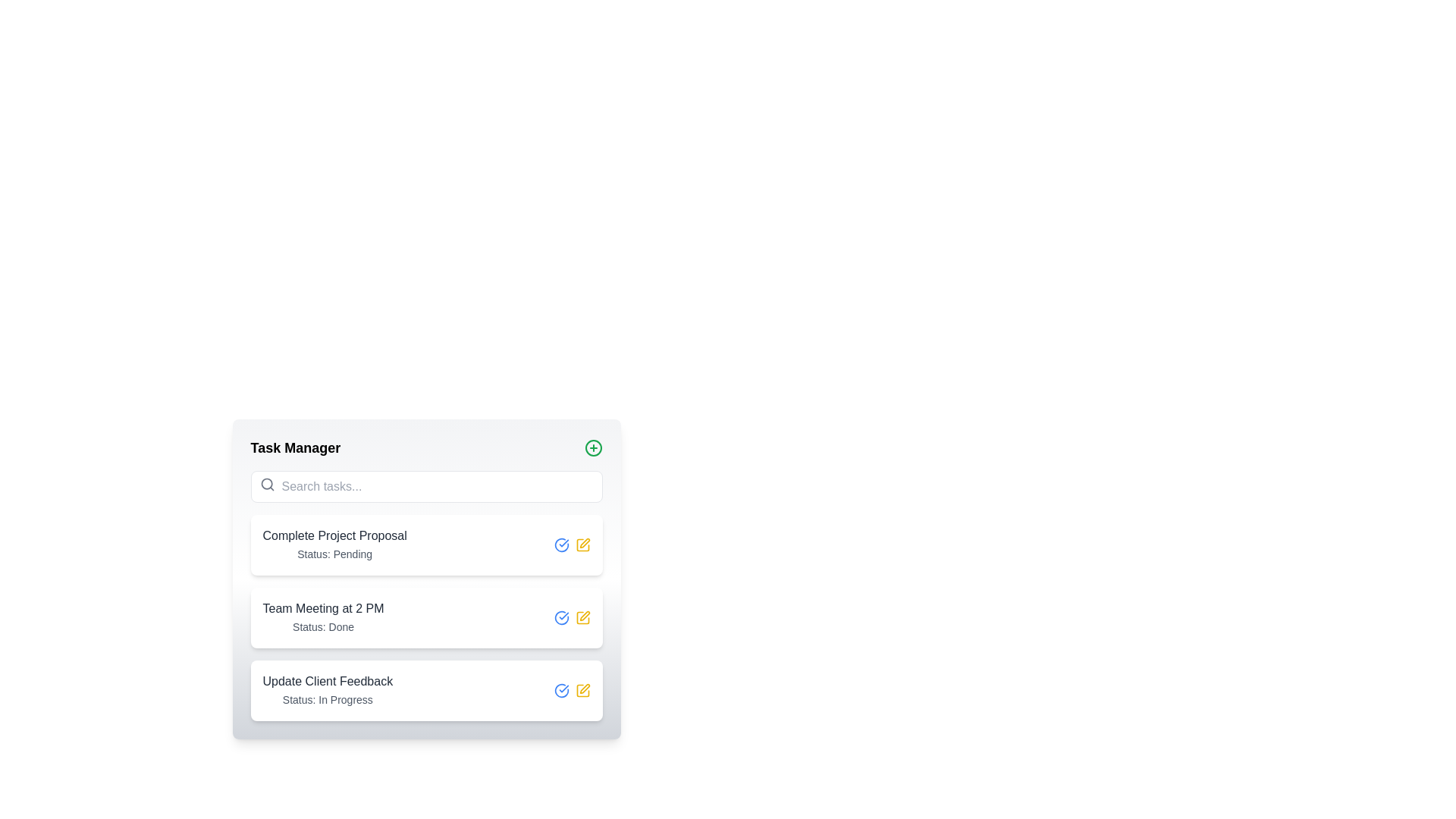  Describe the element at coordinates (327, 690) in the screenshot. I see `title and status of the task entry represented by the text block, which is the third entry from the top in the task list panel` at that location.